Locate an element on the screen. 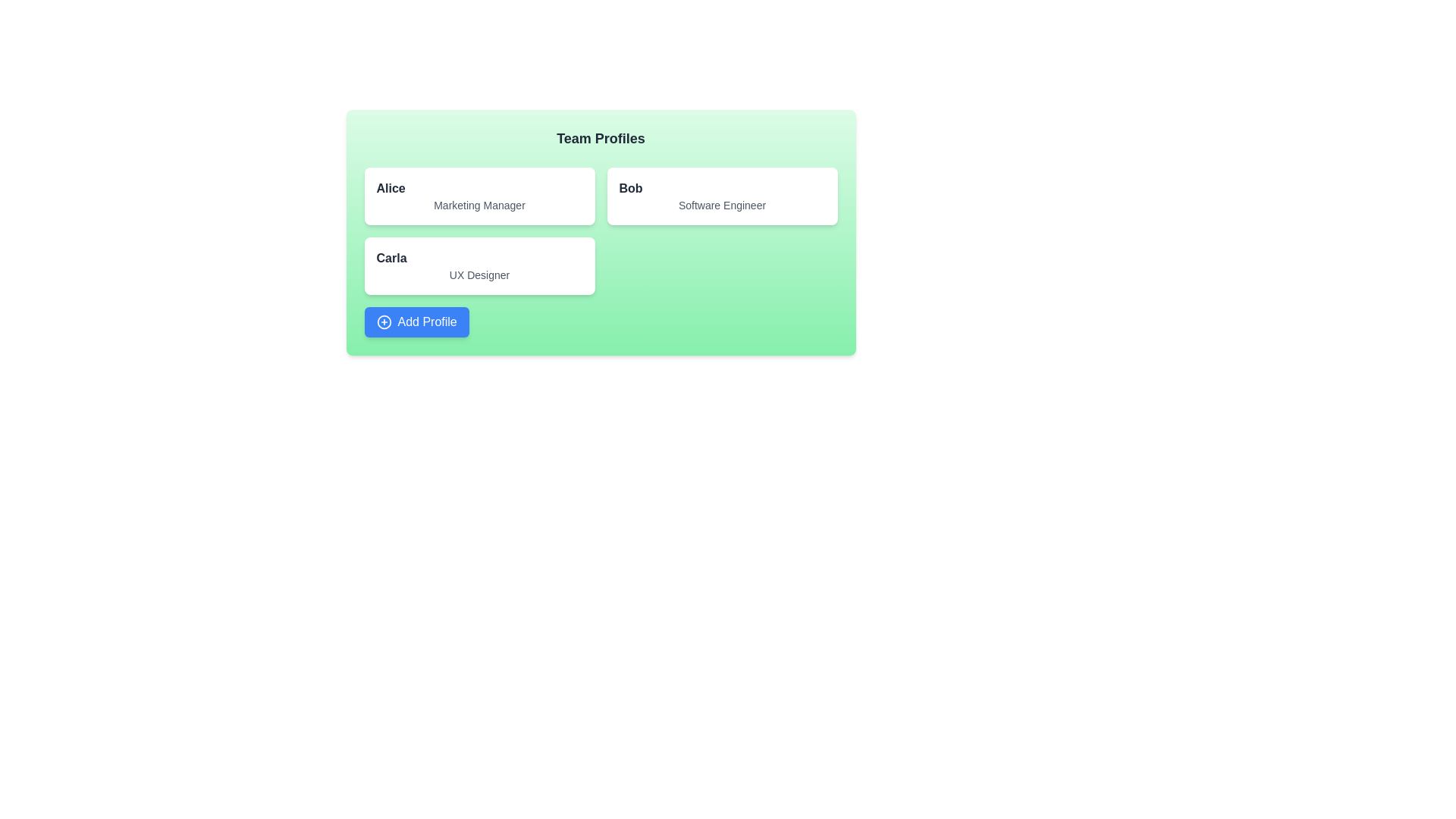  the profile card of Bob to toggle its active state is located at coordinates (721, 195).